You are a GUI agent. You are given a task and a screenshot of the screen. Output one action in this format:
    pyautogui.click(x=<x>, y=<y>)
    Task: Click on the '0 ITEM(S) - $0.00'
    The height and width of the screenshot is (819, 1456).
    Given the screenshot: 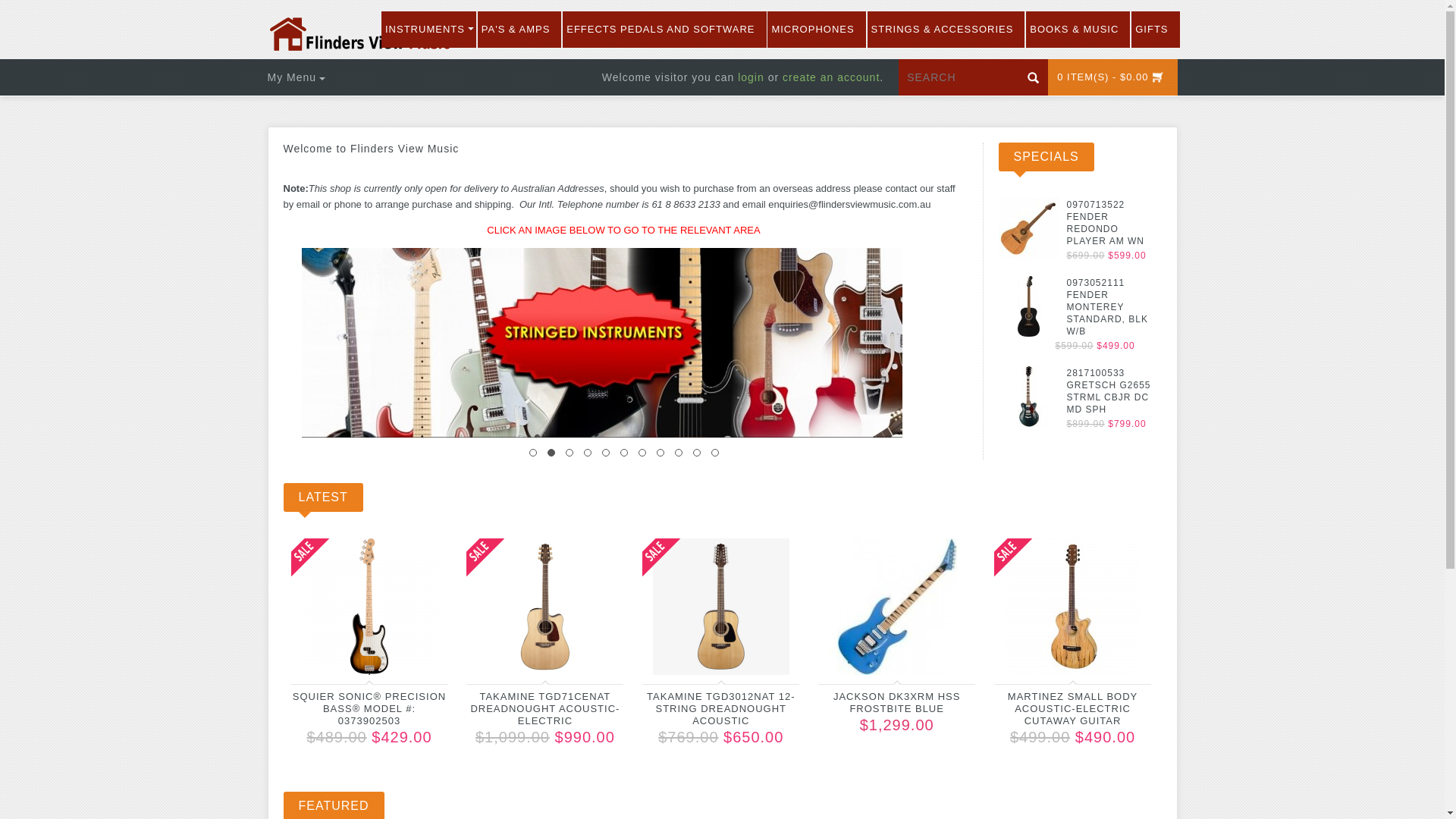 What is the action you would take?
    pyautogui.click(x=1112, y=77)
    